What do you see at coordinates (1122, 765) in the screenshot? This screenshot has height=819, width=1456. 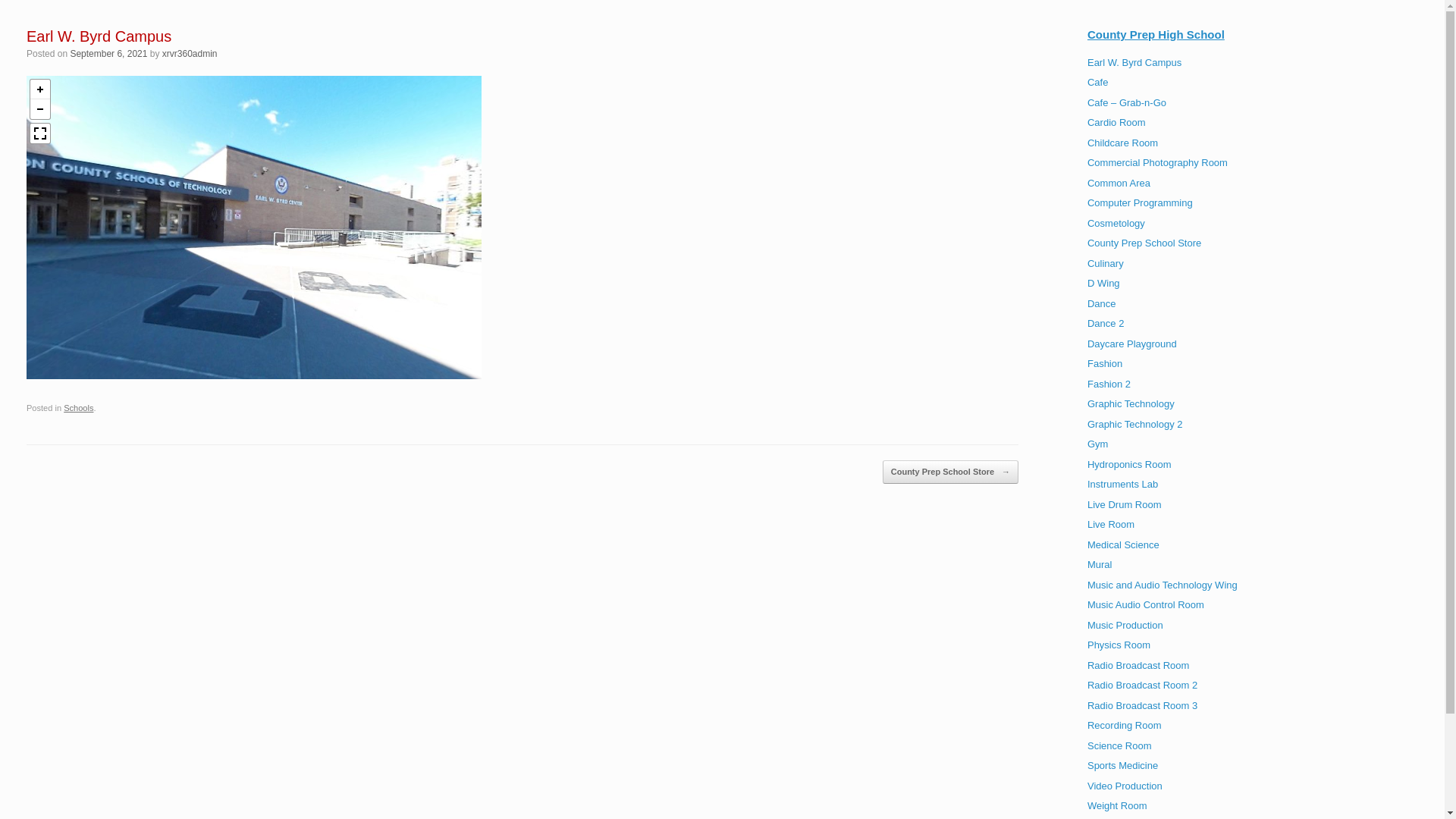 I see `'Sports Medicine'` at bounding box center [1122, 765].